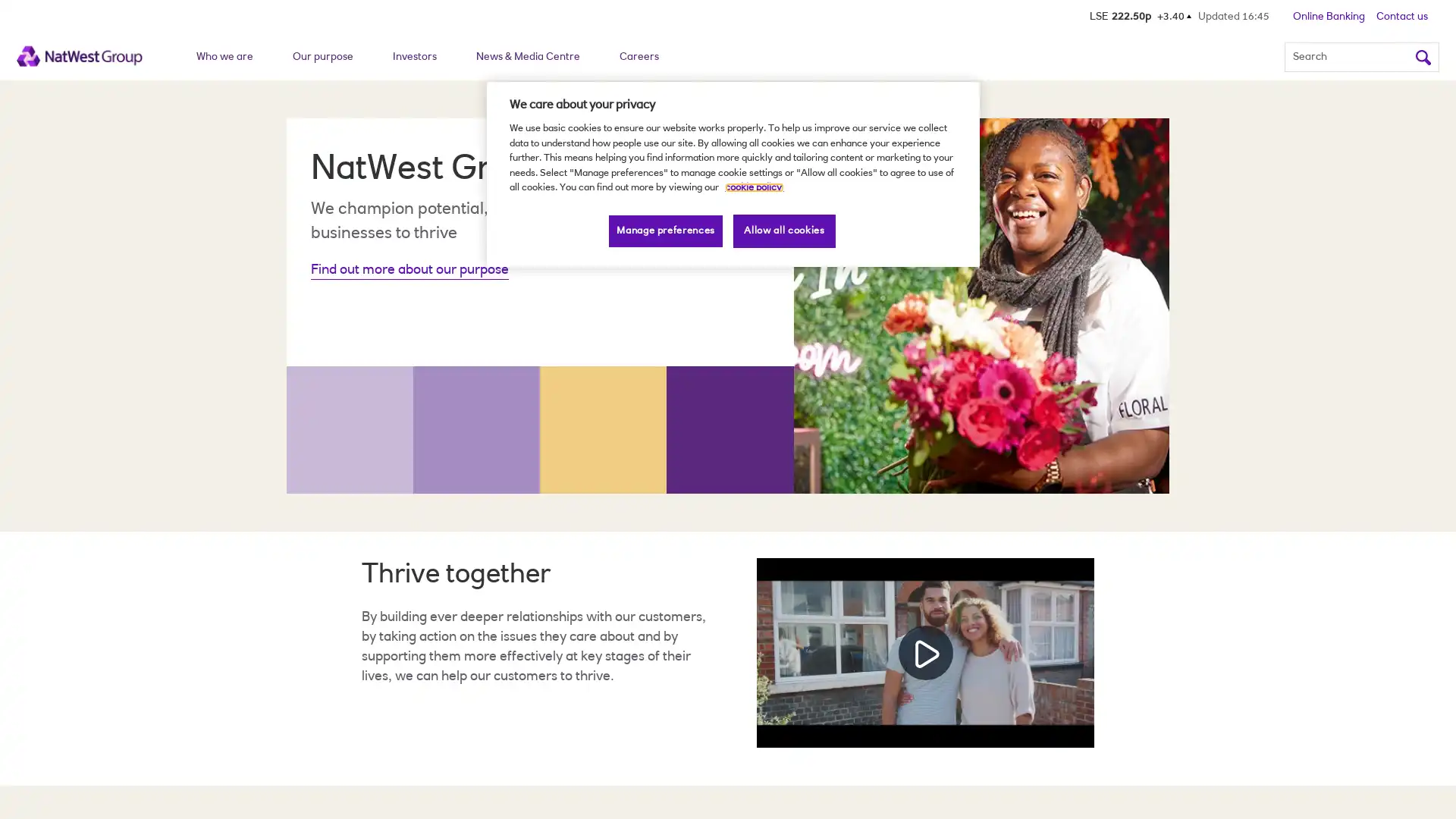 Image resolution: width=1456 pixels, height=819 pixels. Describe the element at coordinates (1422, 55) in the screenshot. I see `Search` at that location.